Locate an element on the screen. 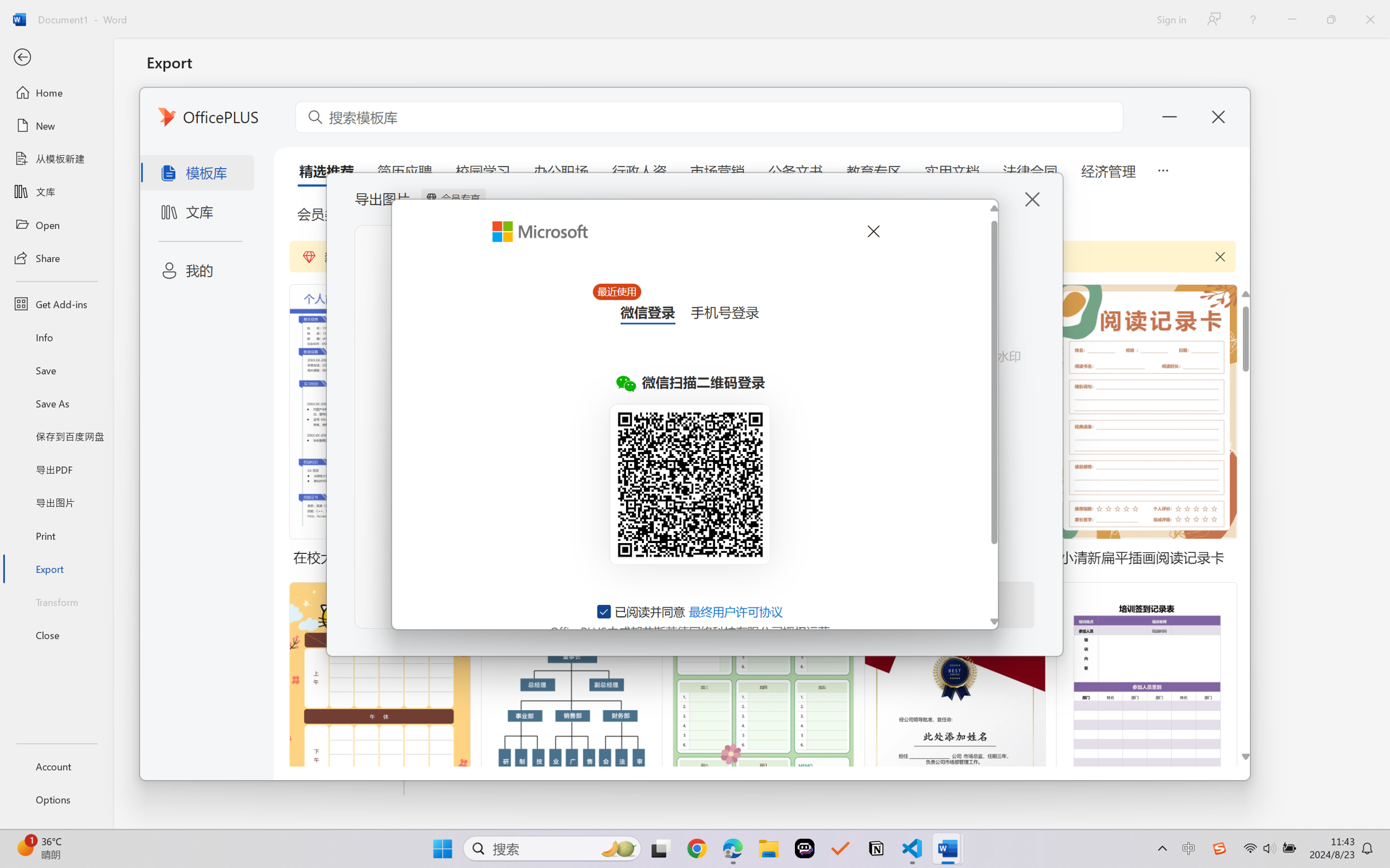 The width and height of the screenshot is (1390, 868). 'AutomationID: checkbox-14' is located at coordinates (604, 611).